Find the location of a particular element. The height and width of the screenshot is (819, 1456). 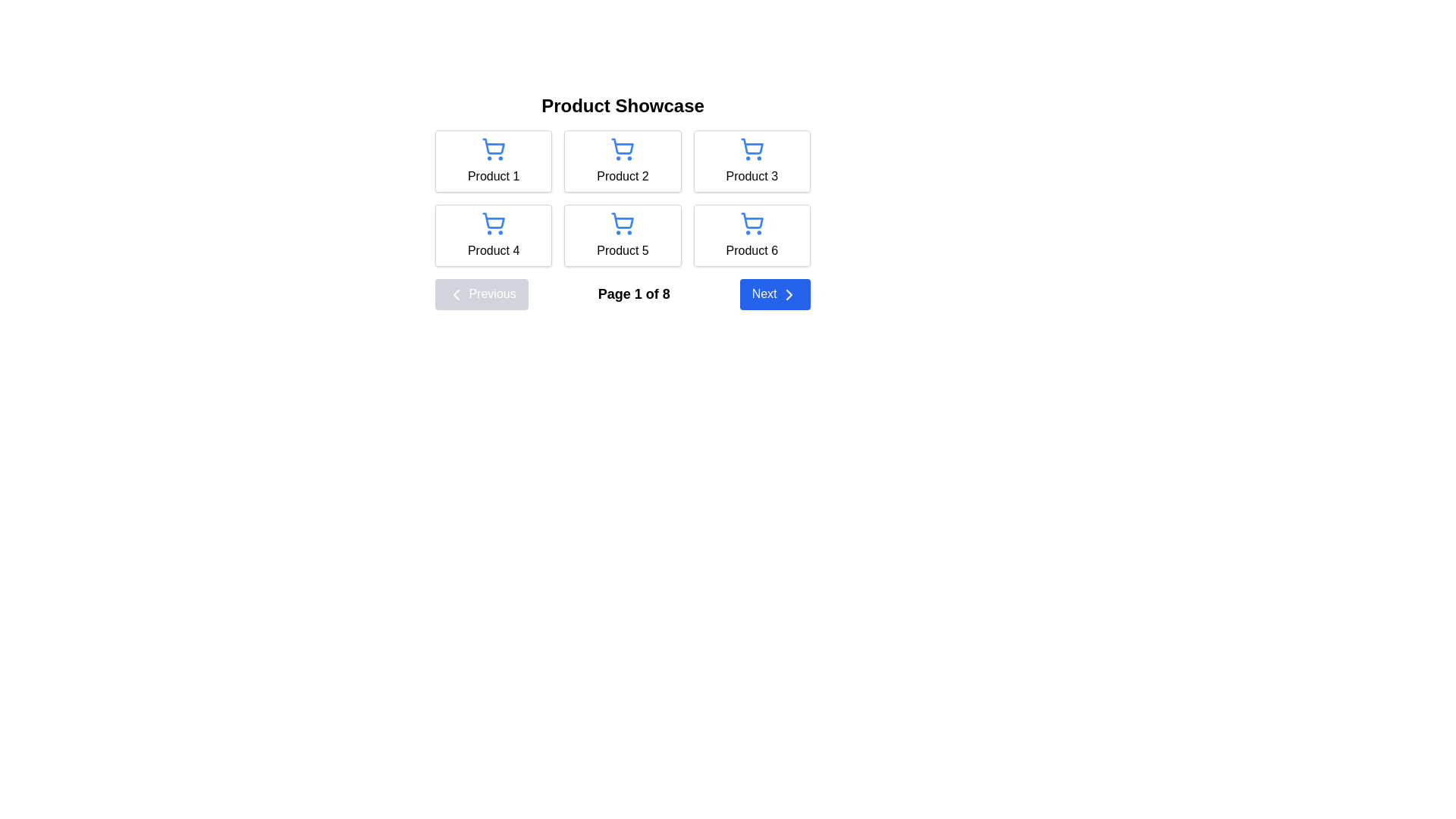

the 'Next' button, which is visually represented by an SVG icon indicating the function to proceed to the next page, located at the bottom-right of the interface is located at coordinates (789, 294).